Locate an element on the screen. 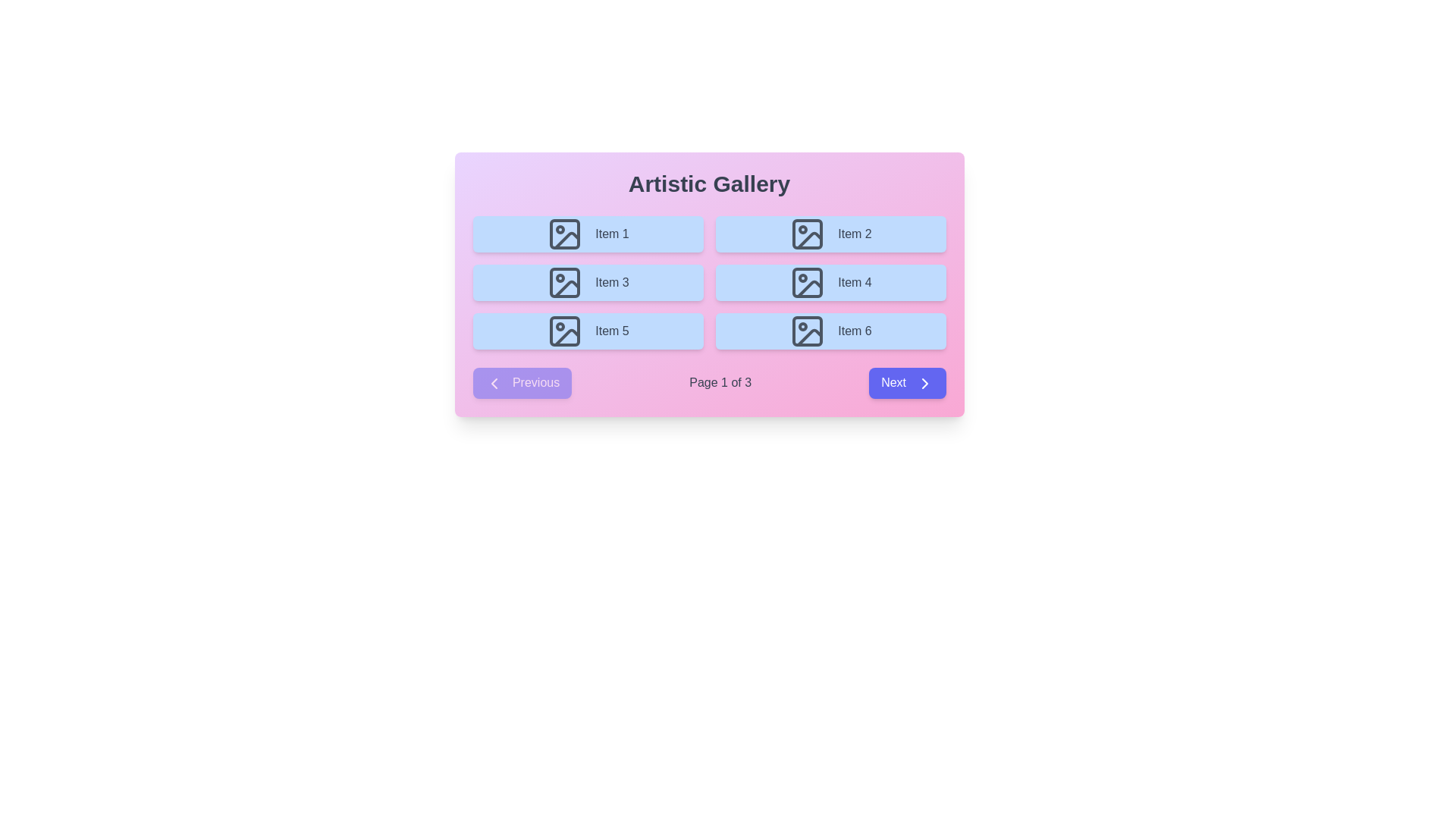  the icon resembling an image with a rectangular frame, circular shape, and diagonal line, located inside the light blue box labeled 'Item 3' is located at coordinates (564, 283).